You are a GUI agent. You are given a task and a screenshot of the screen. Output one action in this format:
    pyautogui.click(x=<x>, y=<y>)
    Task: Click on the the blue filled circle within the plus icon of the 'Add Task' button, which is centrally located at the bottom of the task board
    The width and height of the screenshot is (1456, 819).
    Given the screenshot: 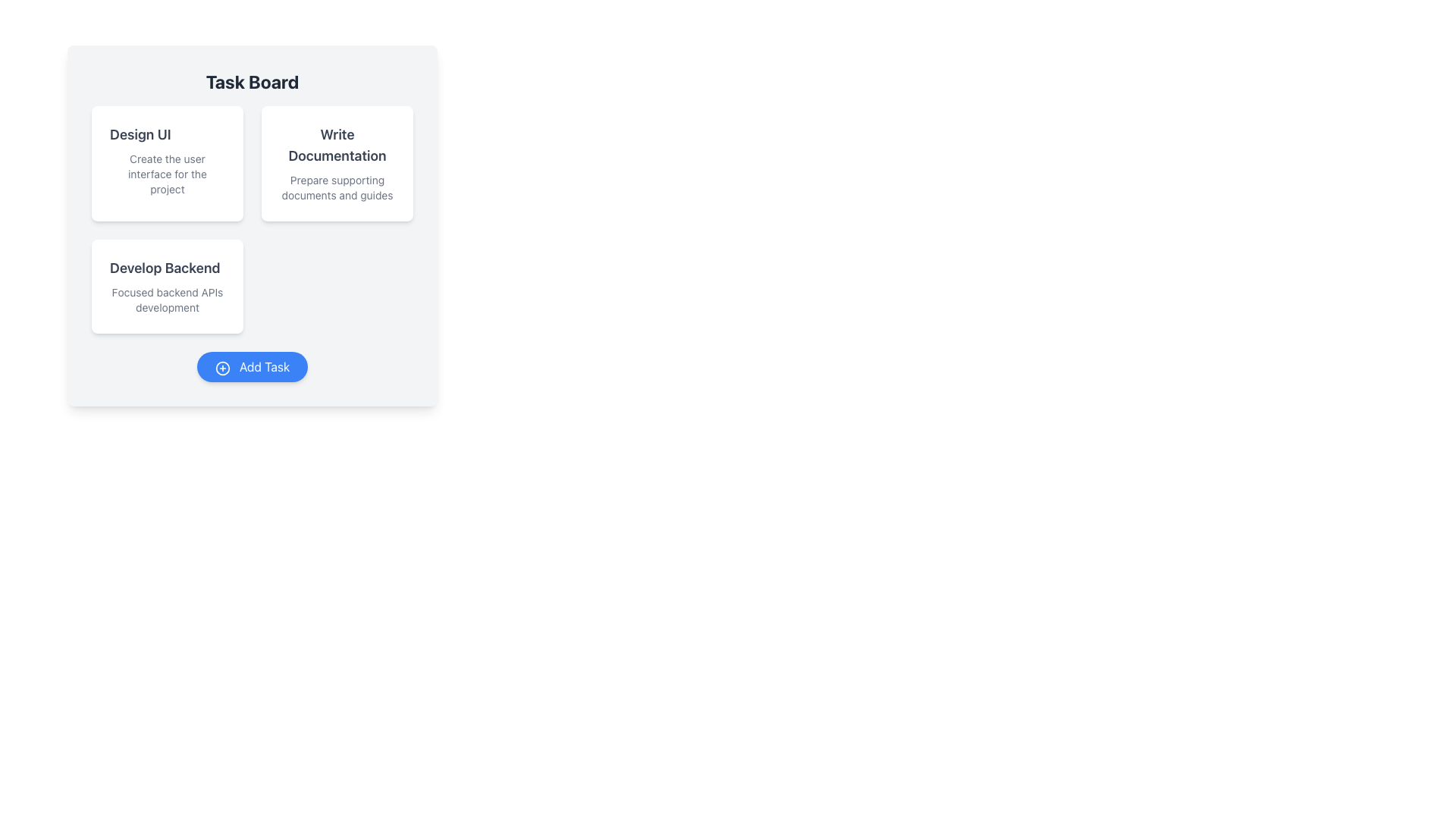 What is the action you would take?
    pyautogui.click(x=221, y=368)
    